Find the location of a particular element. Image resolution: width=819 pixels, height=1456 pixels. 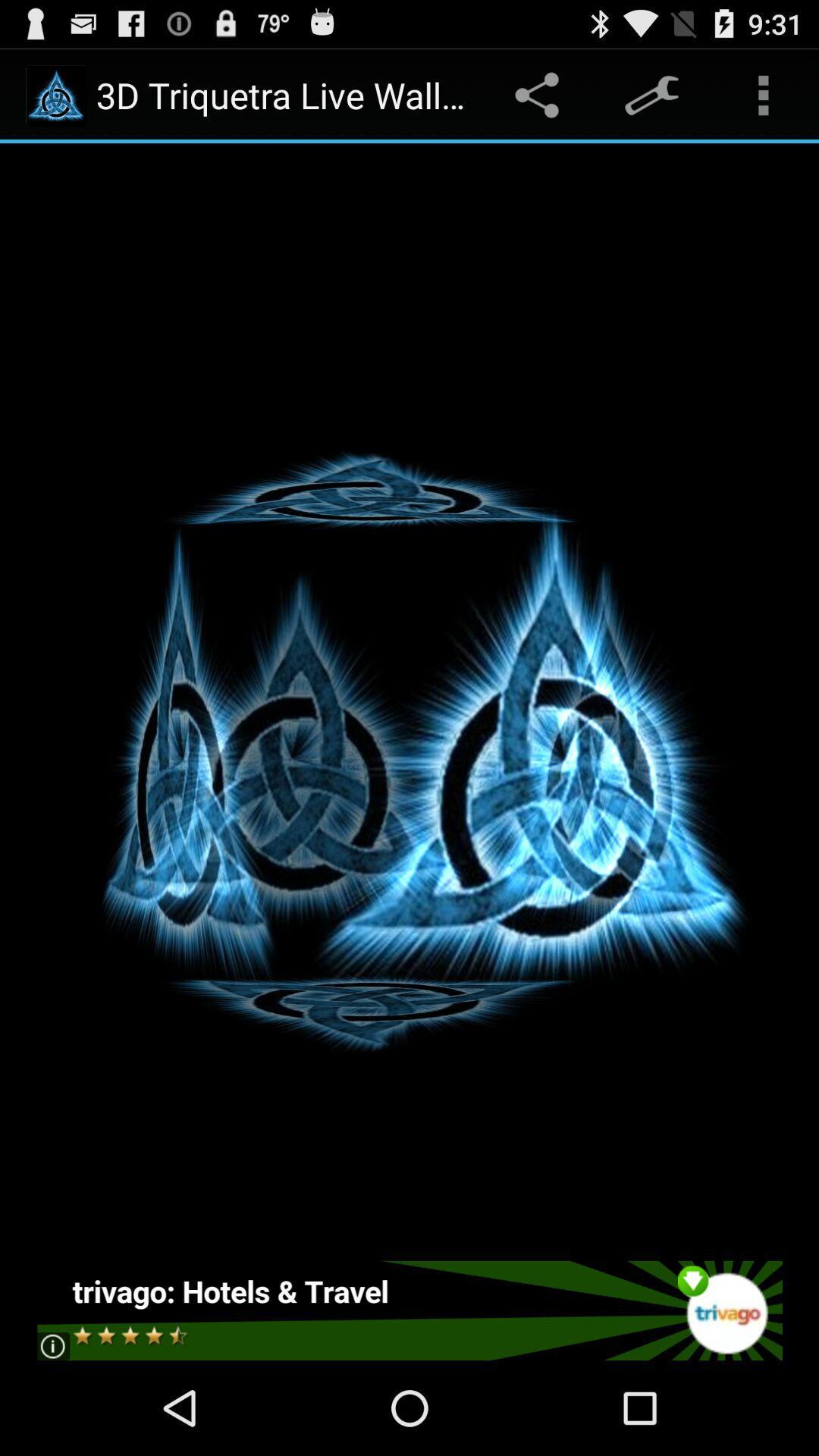

item to the right of the 3d triquetra live icon is located at coordinates (539, 94).